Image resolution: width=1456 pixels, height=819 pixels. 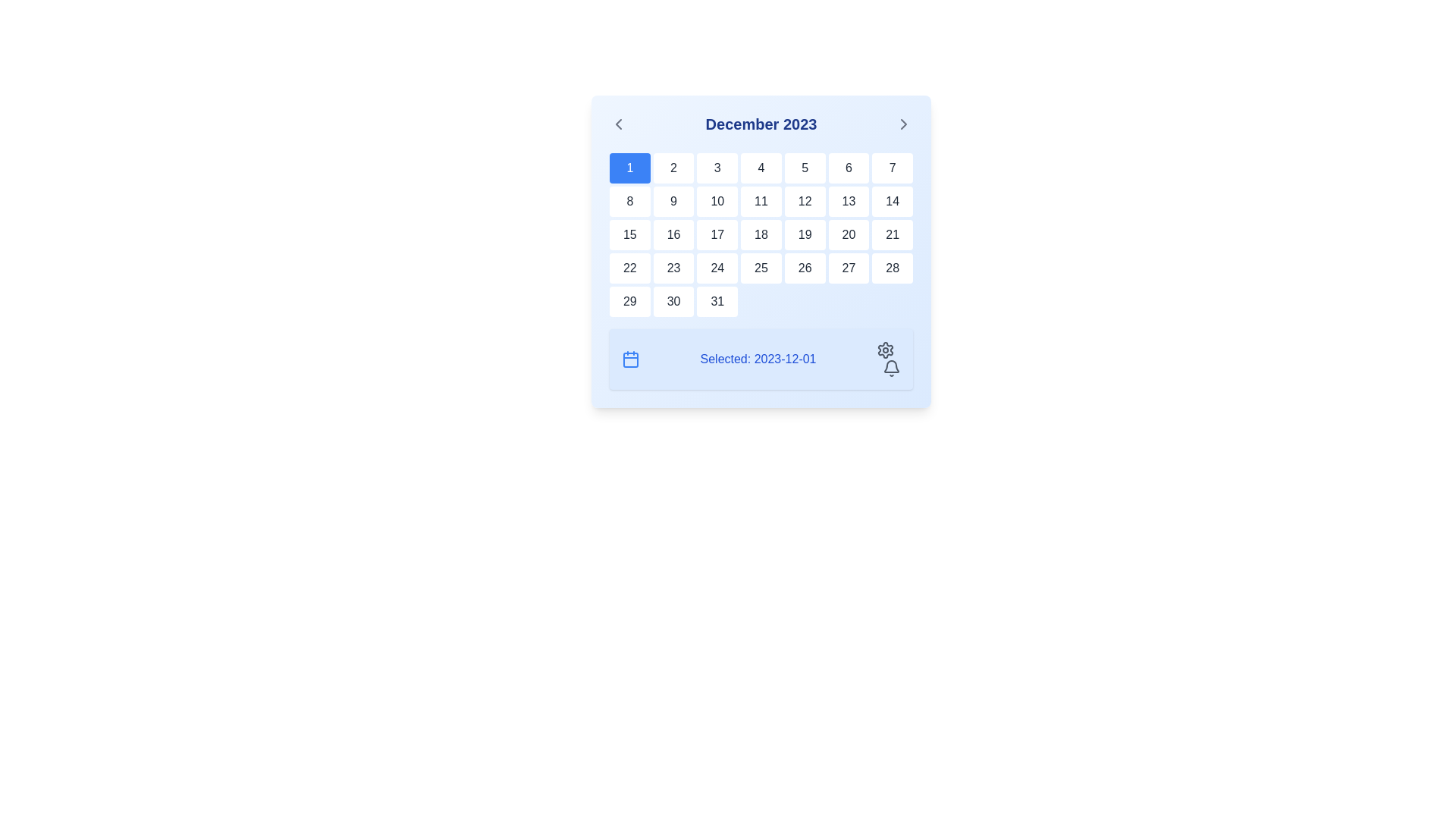 What do you see at coordinates (673, 301) in the screenshot?
I see `the Interactive calendar day cell located in the sixth row and second column of the calendar grid` at bounding box center [673, 301].